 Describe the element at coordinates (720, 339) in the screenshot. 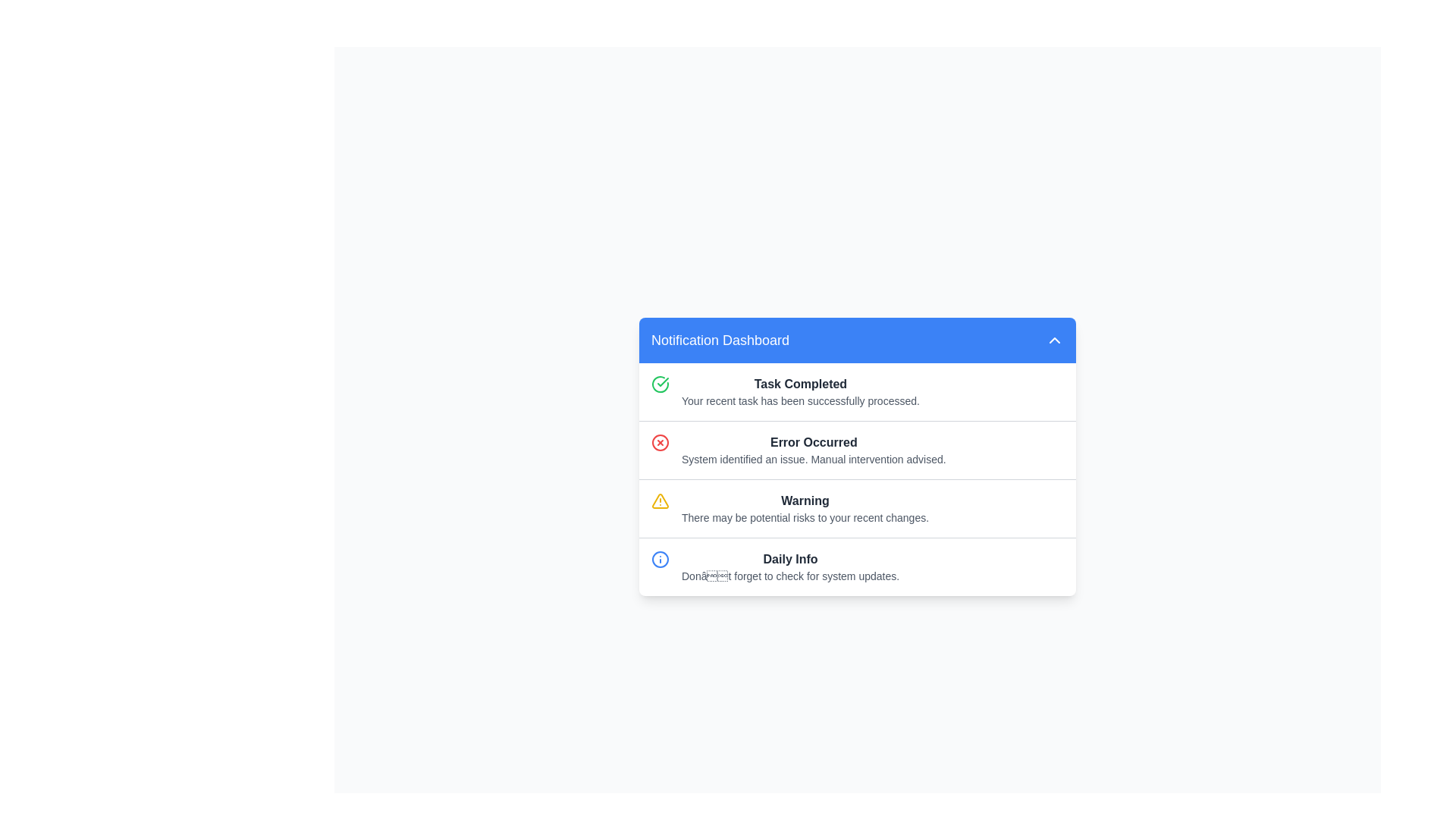

I see `the Text Label located at the top-left side of the blue banner header, which describes the context of the notification dashboard` at that location.